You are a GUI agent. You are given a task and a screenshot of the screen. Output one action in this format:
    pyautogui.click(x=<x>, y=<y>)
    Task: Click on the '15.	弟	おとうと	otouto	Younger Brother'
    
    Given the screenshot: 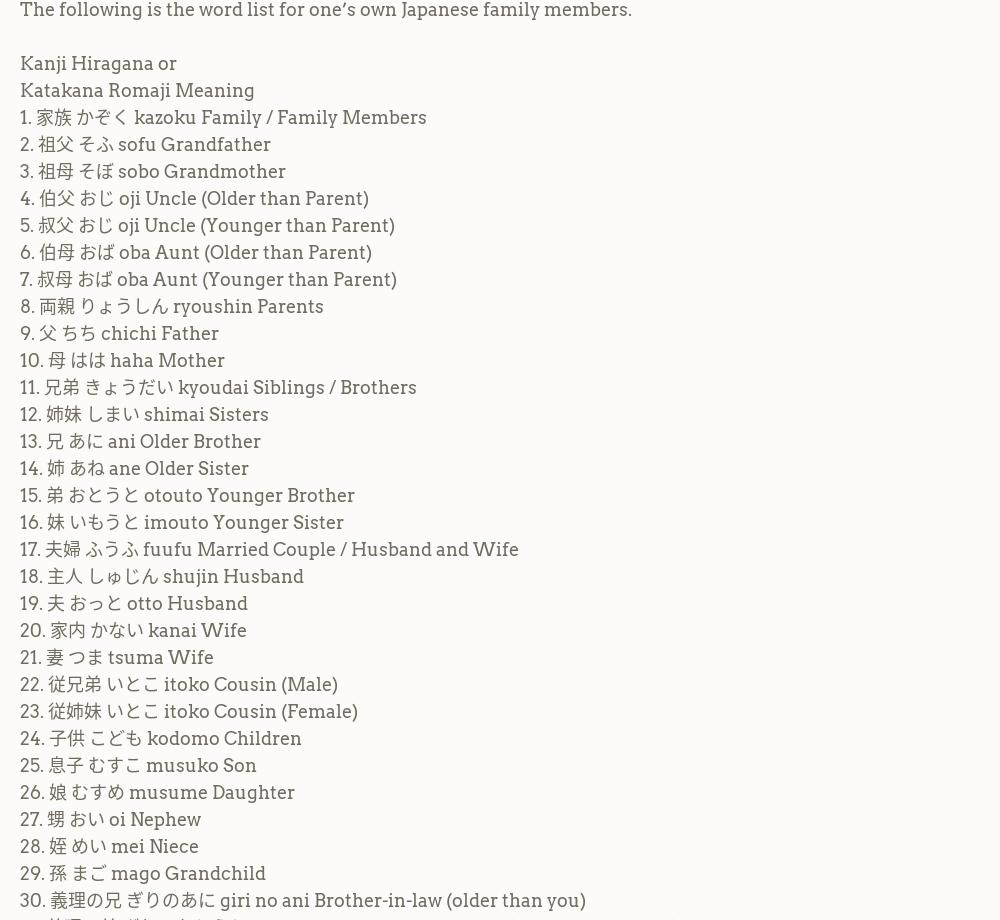 What is the action you would take?
    pyautogui.click(x=187, y=494)
    